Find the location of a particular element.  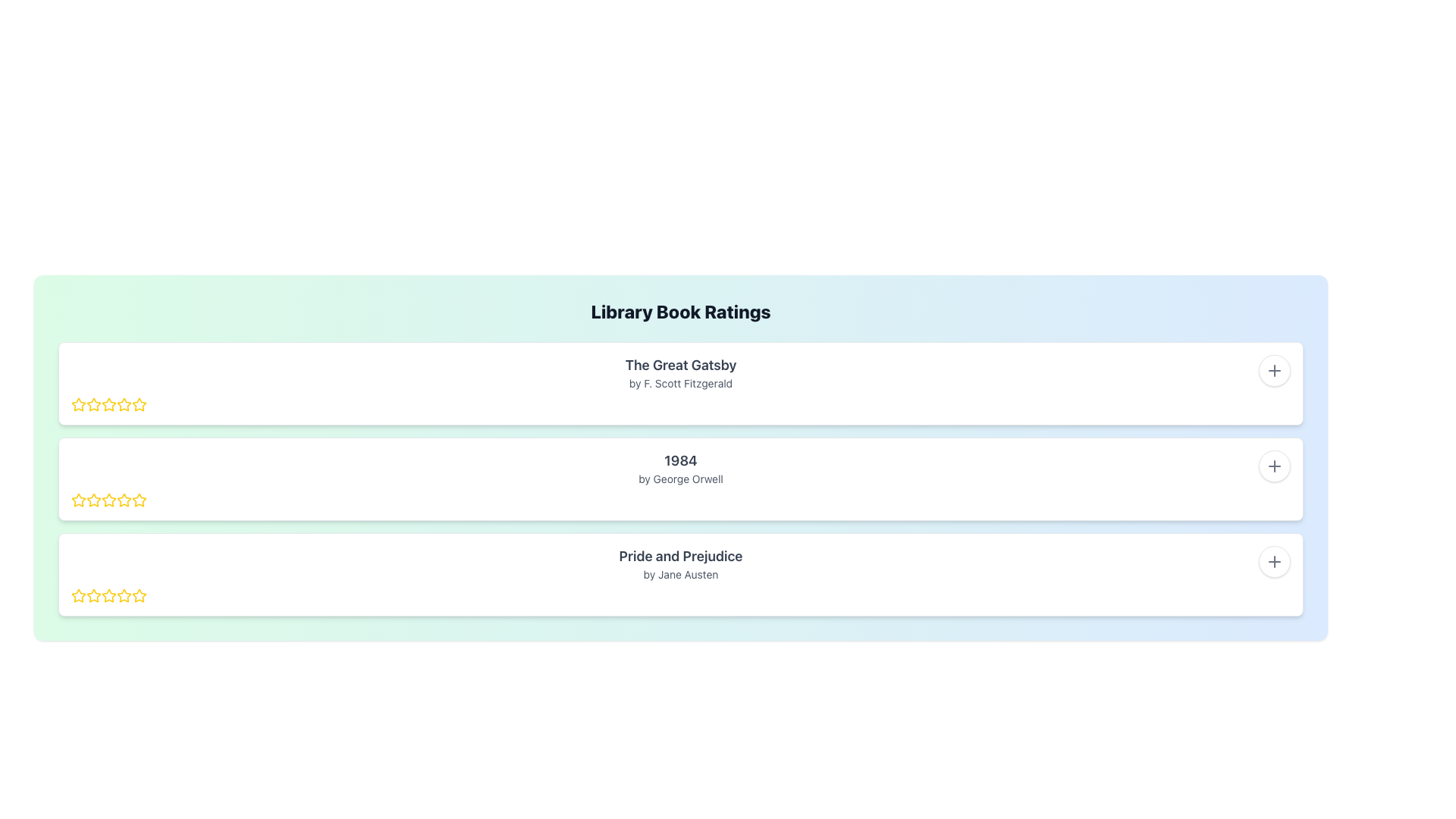

the yellow outlined star icon, which is the last in the series of five stars in the 'Library Book Ratings' section for 'The Great Gatsby' is located at coordinates (139, 403).